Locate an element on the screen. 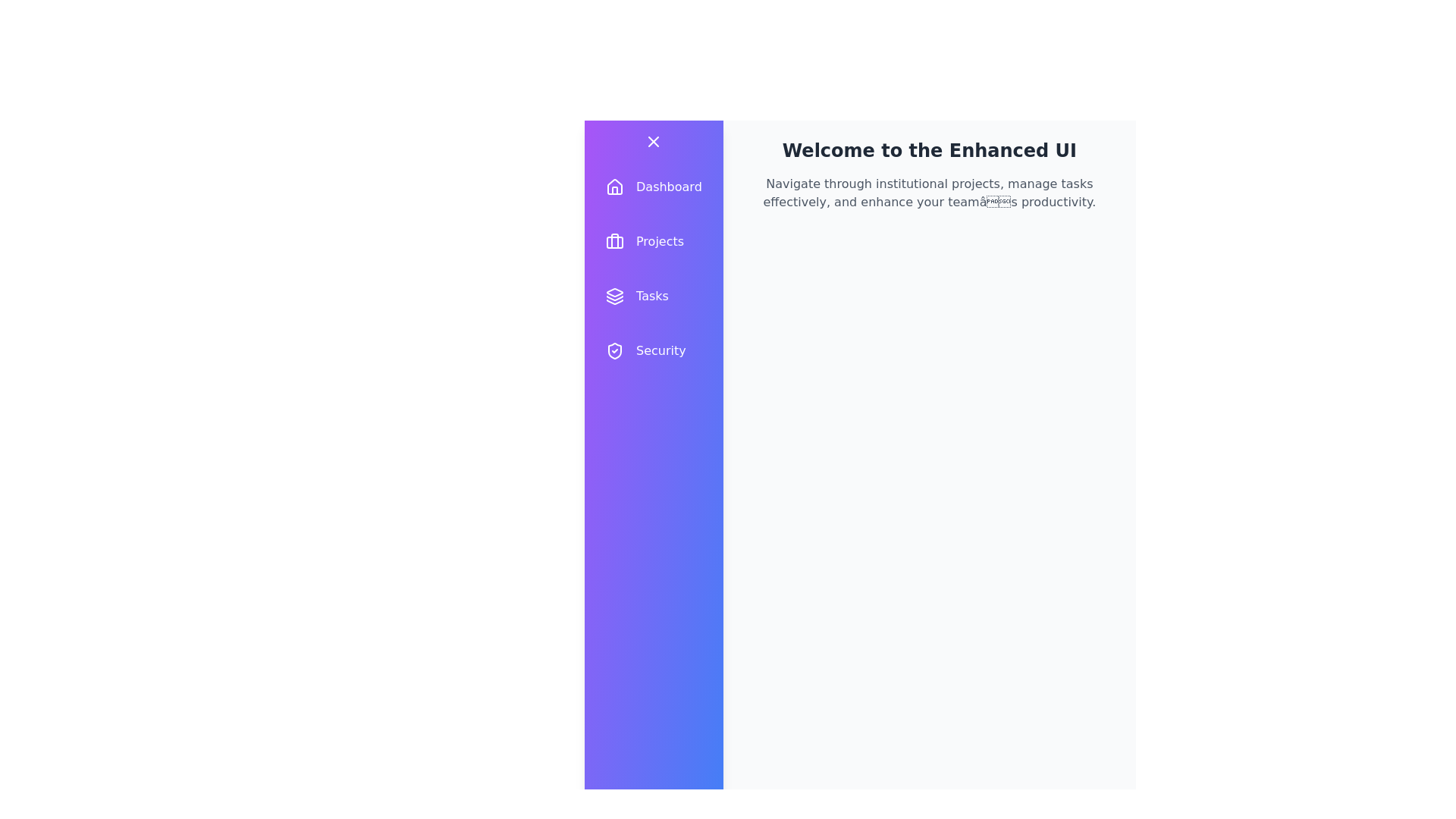 The height and width of the screenshot is (819, 1456). the 'Dashboard' label in the sidebar navigation, which is the first element in the vertical list and located to the right of the house-shaped icon is located at coordinates (668, 186).